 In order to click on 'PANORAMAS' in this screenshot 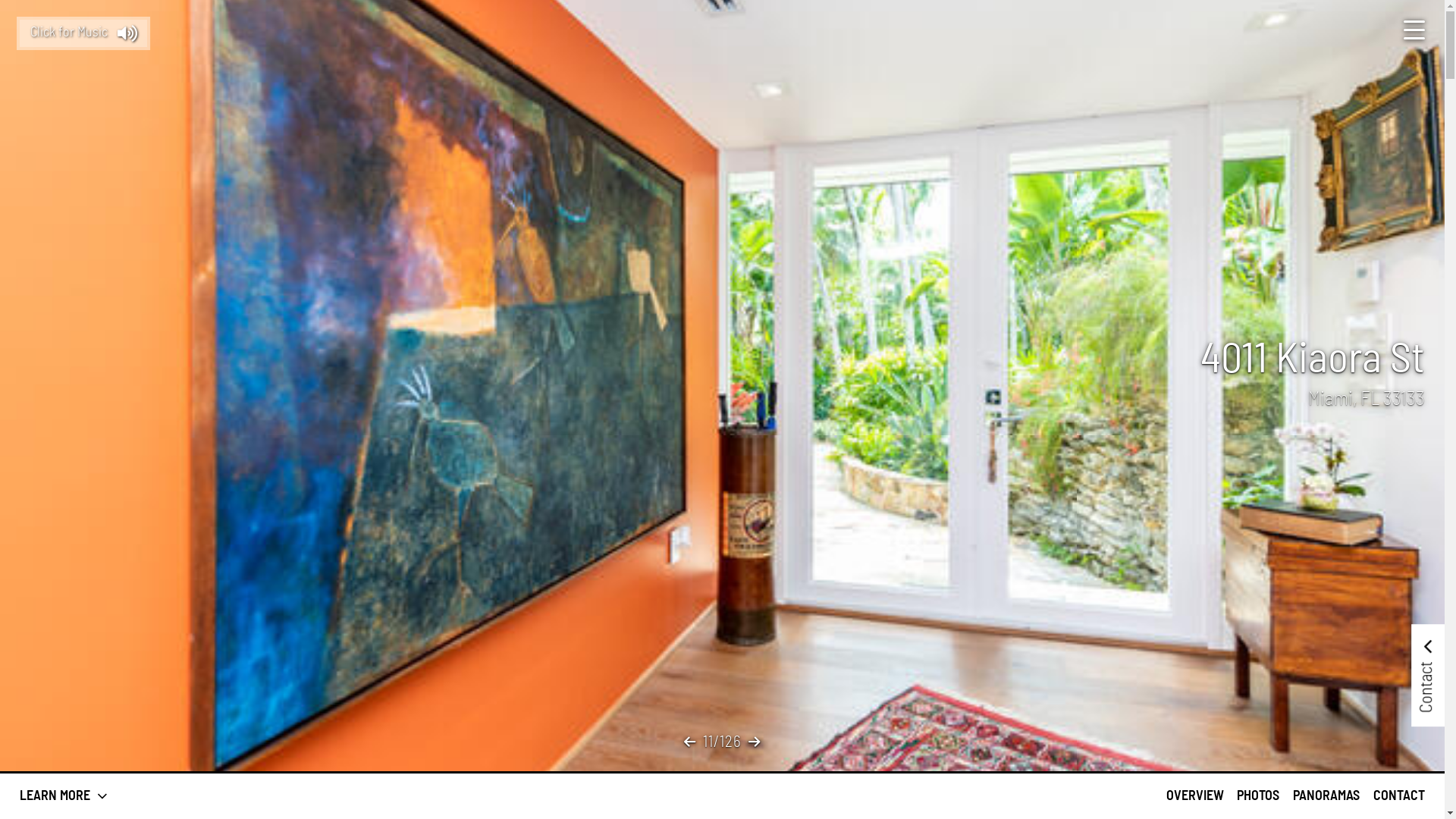, I will do `click(1325, 795)`.